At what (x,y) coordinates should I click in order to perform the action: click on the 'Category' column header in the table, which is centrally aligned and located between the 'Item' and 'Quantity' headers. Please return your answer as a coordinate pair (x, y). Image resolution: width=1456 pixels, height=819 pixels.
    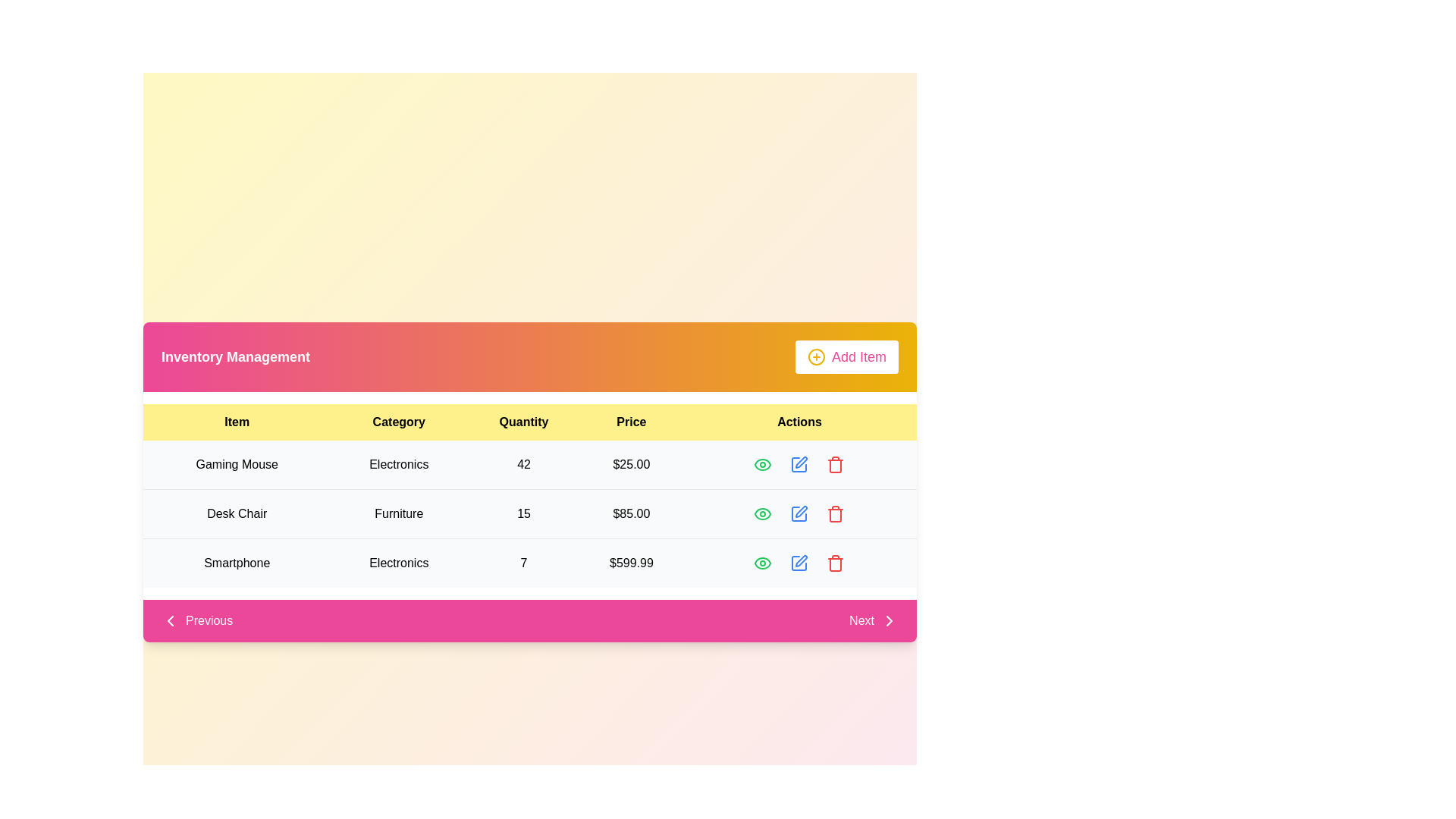
    Looking at the image, I should click on (399, 422).